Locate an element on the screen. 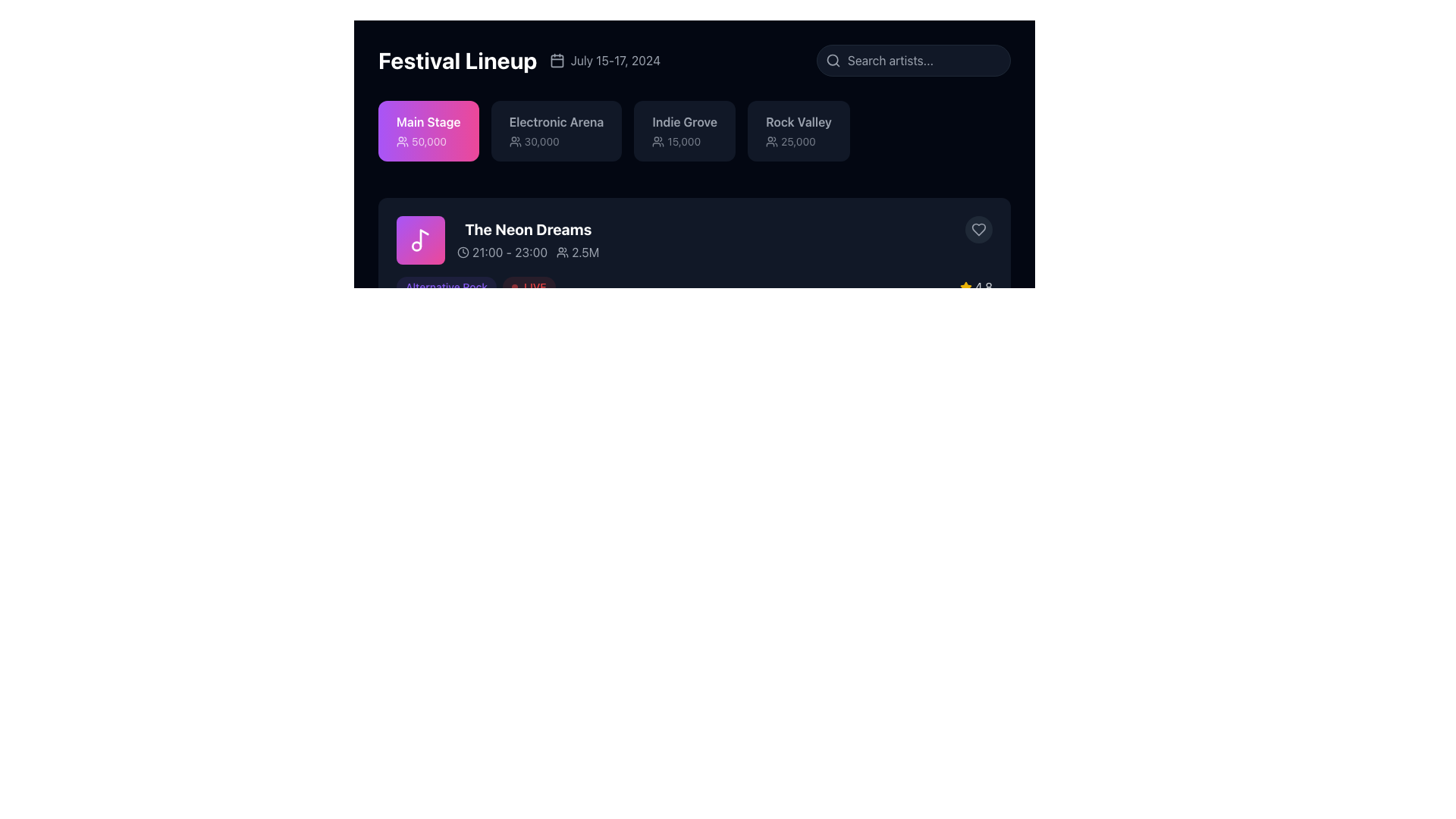 The image size is (1456, 819). the icon representing attendees, which is located to the left of the text '30,000' associated with 'Electronic Arena' is located at coordinates (515, 141).